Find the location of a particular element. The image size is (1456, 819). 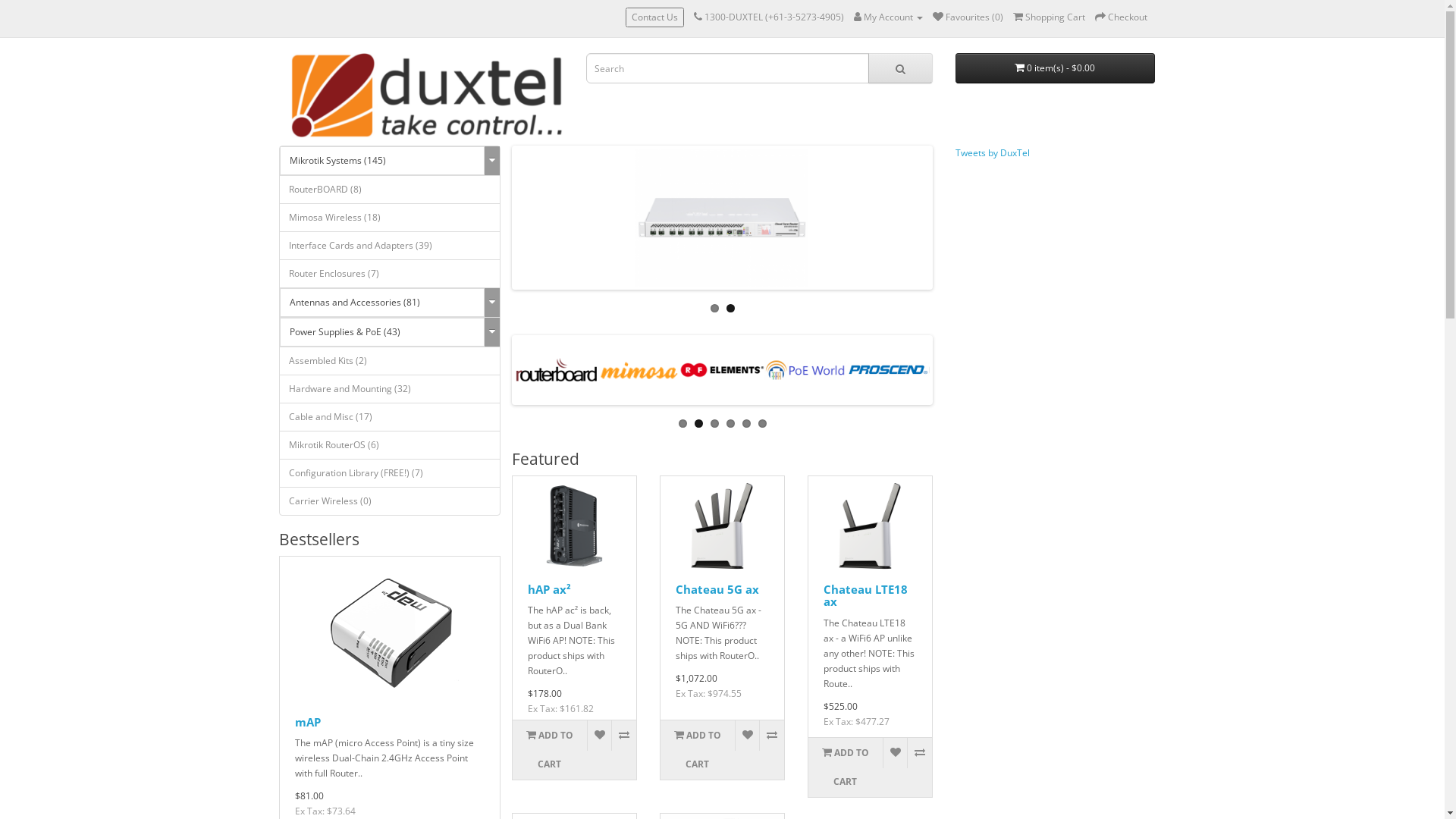

'Mikrotik RouterOS (6)' is located at coordinates (390, 444).